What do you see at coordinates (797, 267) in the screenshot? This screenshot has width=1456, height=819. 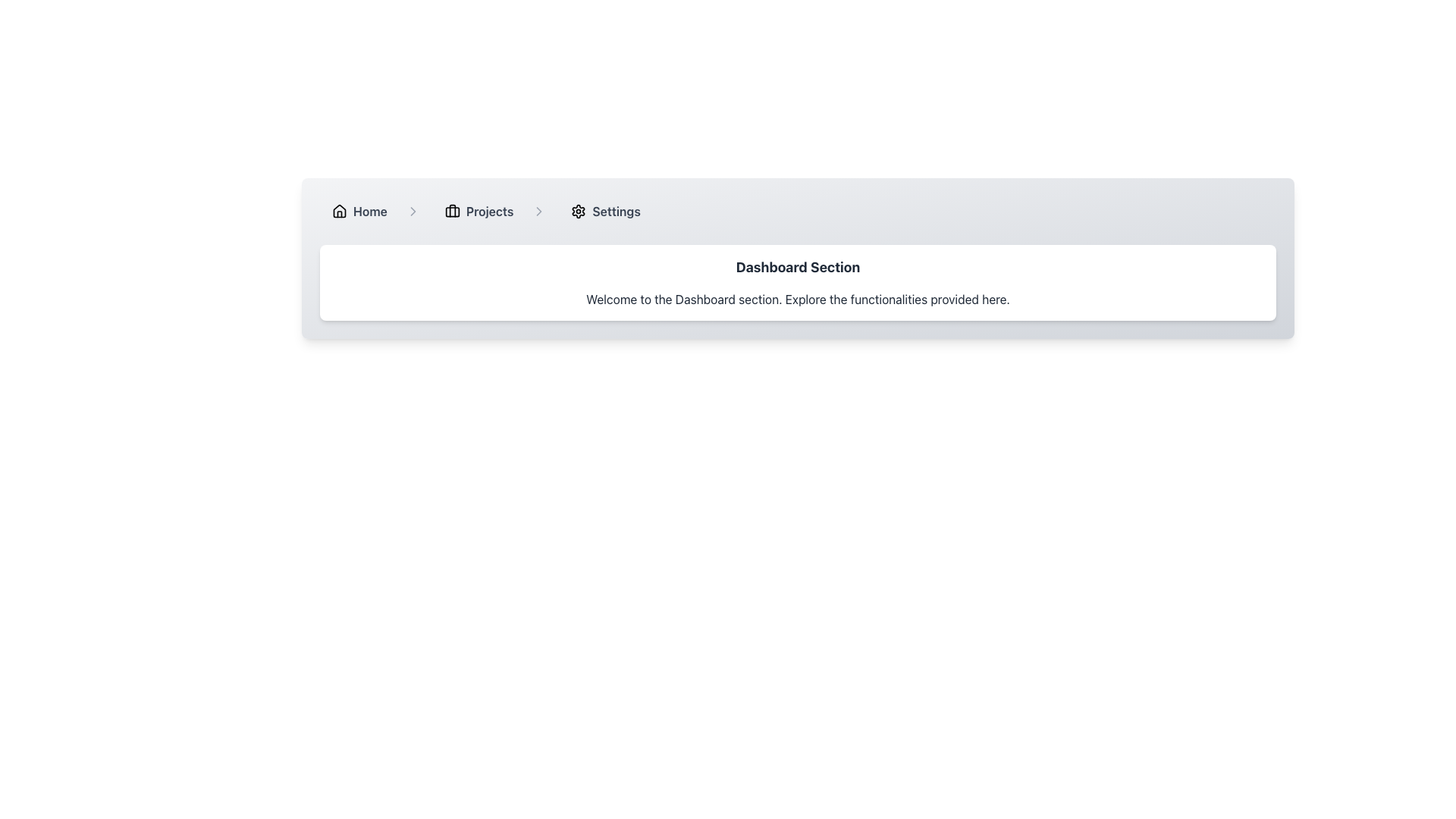 I see `the 'Dashboard Section' text label, which is a bold and enlarged font element located at the top of the content card in the dashboard header` at bounding box center [797, 267].